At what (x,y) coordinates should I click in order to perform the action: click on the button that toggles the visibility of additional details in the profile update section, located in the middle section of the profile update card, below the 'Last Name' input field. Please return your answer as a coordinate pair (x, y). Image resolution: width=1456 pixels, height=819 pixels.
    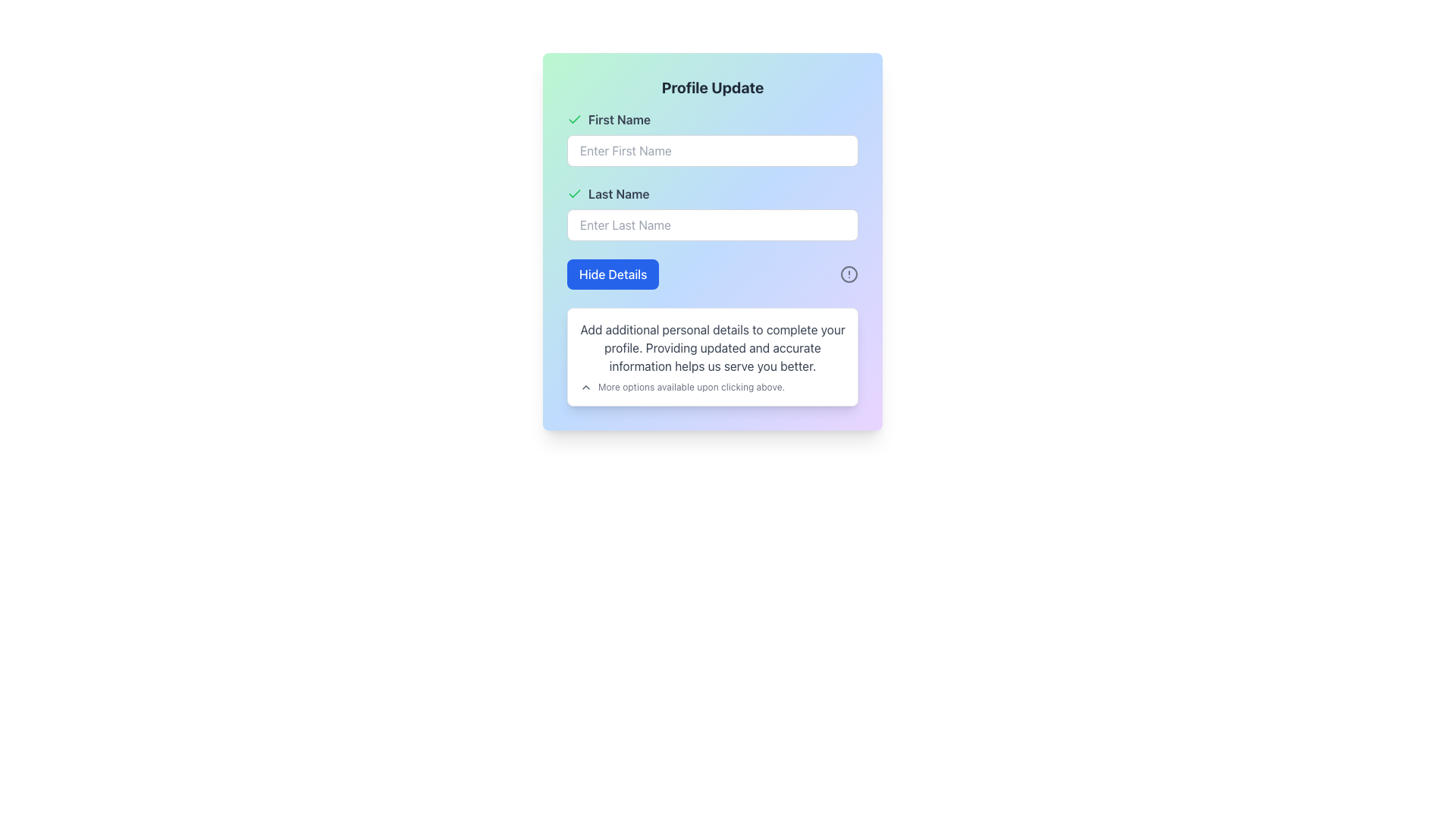
    Looking at the image, I should click on (613, 275).